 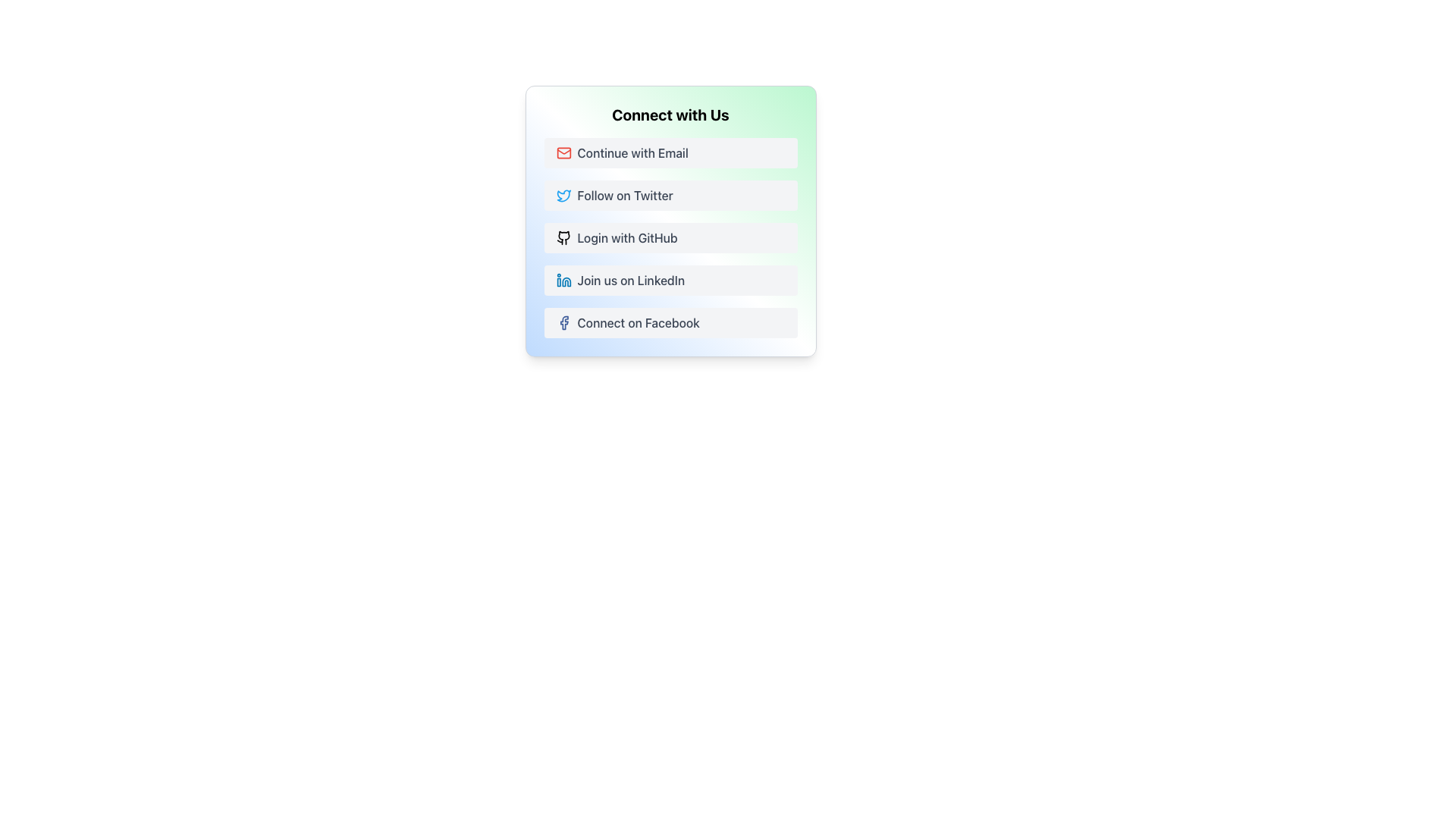 What do you see at coordinates (670, 237) in the screenshot?
I see `the 'Login with GitHub' button, which is a rectangular button with a GitHub icon and medium gray text, positioned between the 'Follow on Twitter' and 'Join us on LinkedIn' buttons` at bounding box center [670, 237].